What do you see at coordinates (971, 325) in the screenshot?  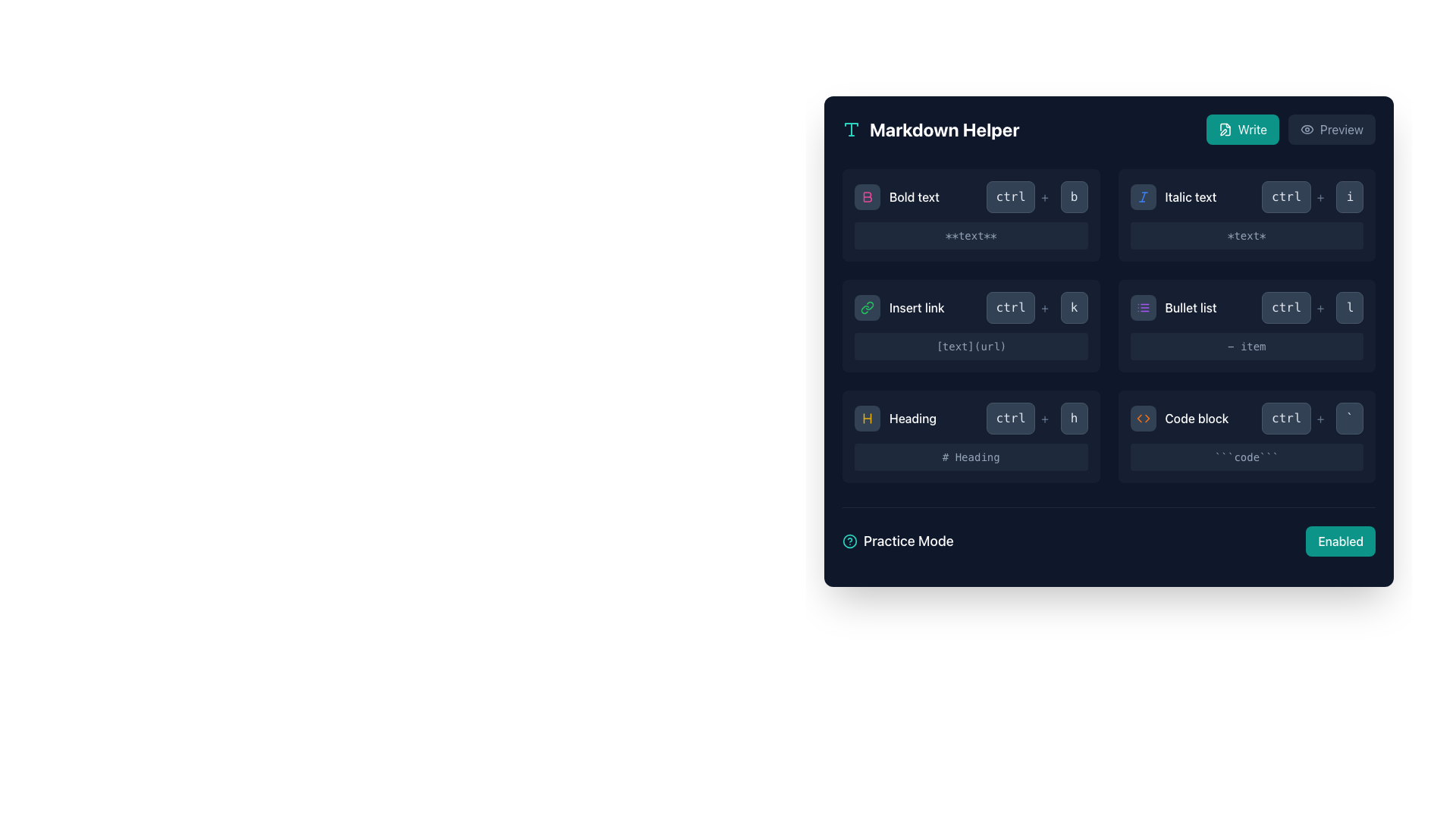 I see `the composite UI card element for inserting hyperlinks in the markdown document, located under the 'Markdown Helper' section` at bounding box center [971, 325].